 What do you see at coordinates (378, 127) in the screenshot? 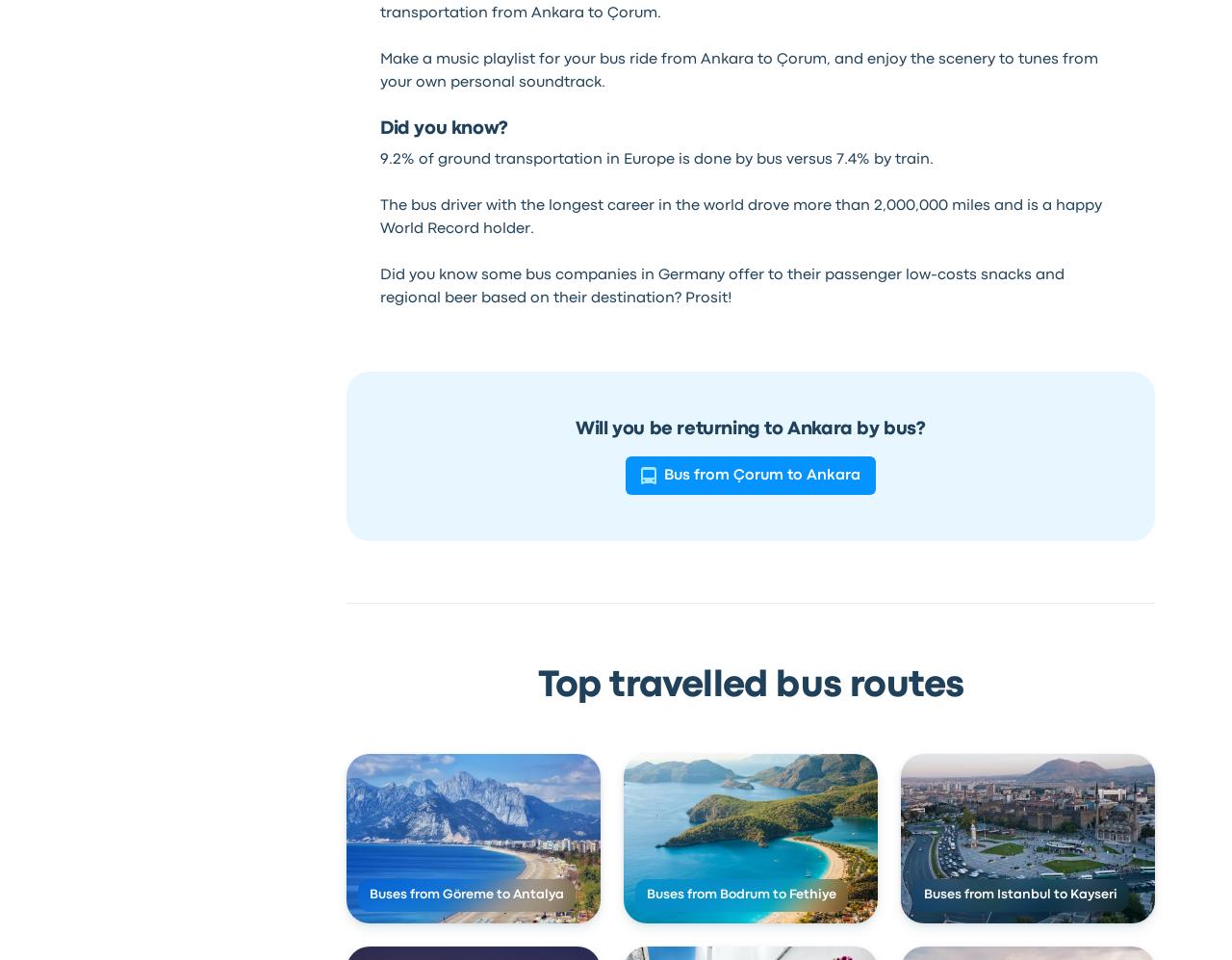
I see `'Did you know?'` at bounding box center [378, 127].